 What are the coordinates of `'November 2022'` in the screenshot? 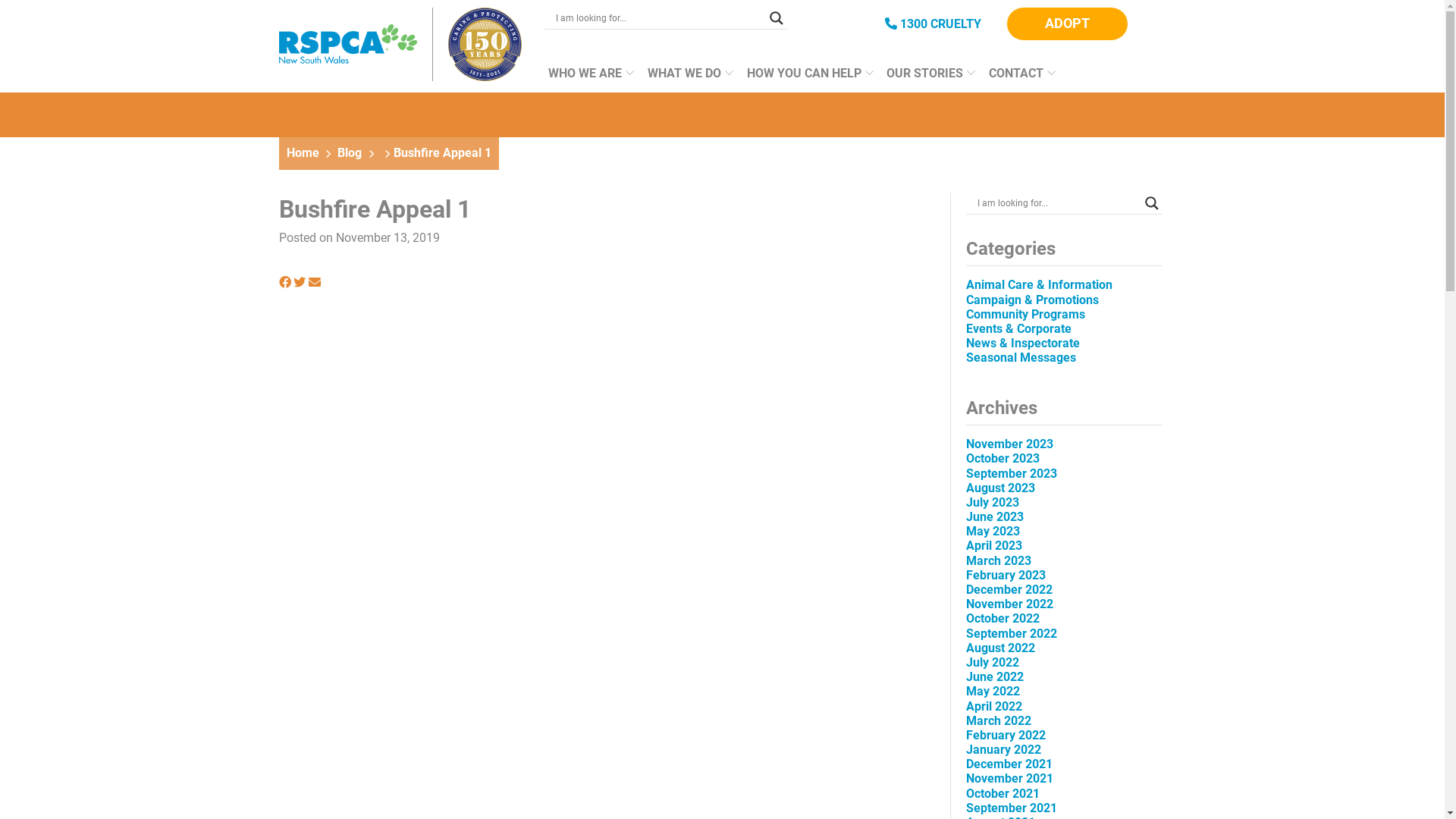 It's located at (1009, 603).